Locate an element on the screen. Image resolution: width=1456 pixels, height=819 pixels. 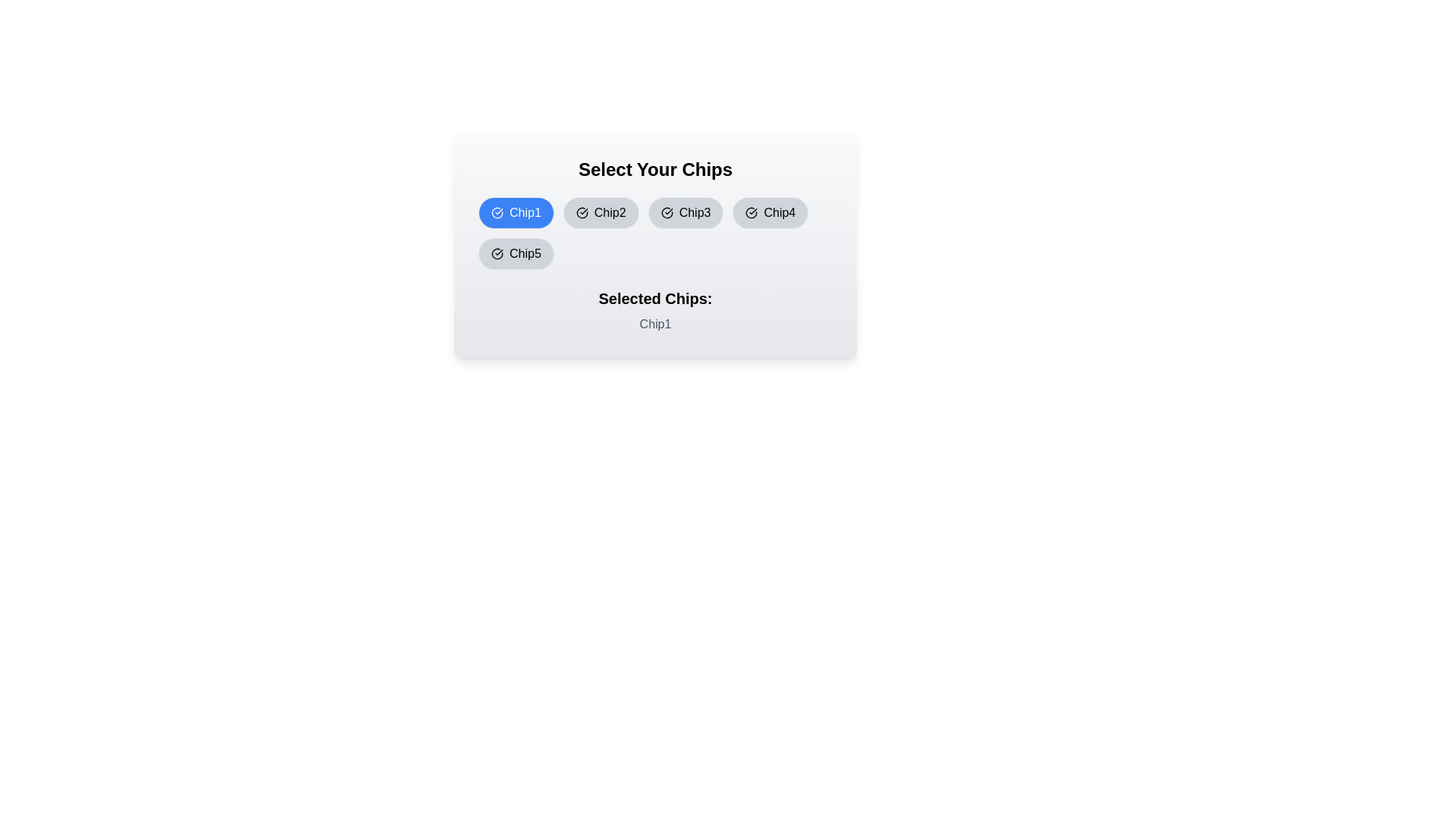
the chip labeled Chip3 by clicking on it is located at coordinates (685, 213).